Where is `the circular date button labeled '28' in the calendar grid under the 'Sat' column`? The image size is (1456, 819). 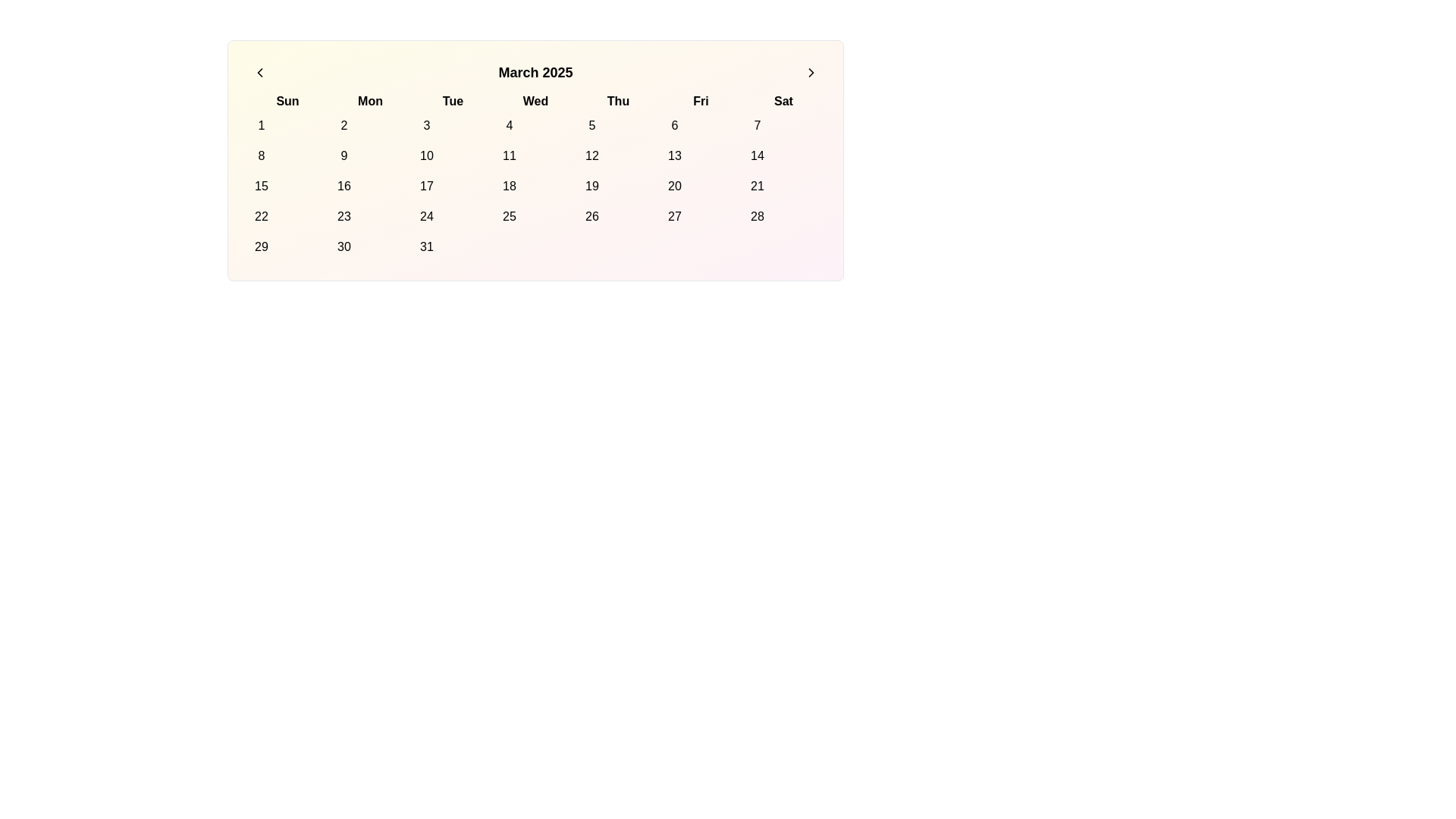 the circular date button labeled '28' in the calendar grid under the 'Sat' column is located at coordinates (757, 216).